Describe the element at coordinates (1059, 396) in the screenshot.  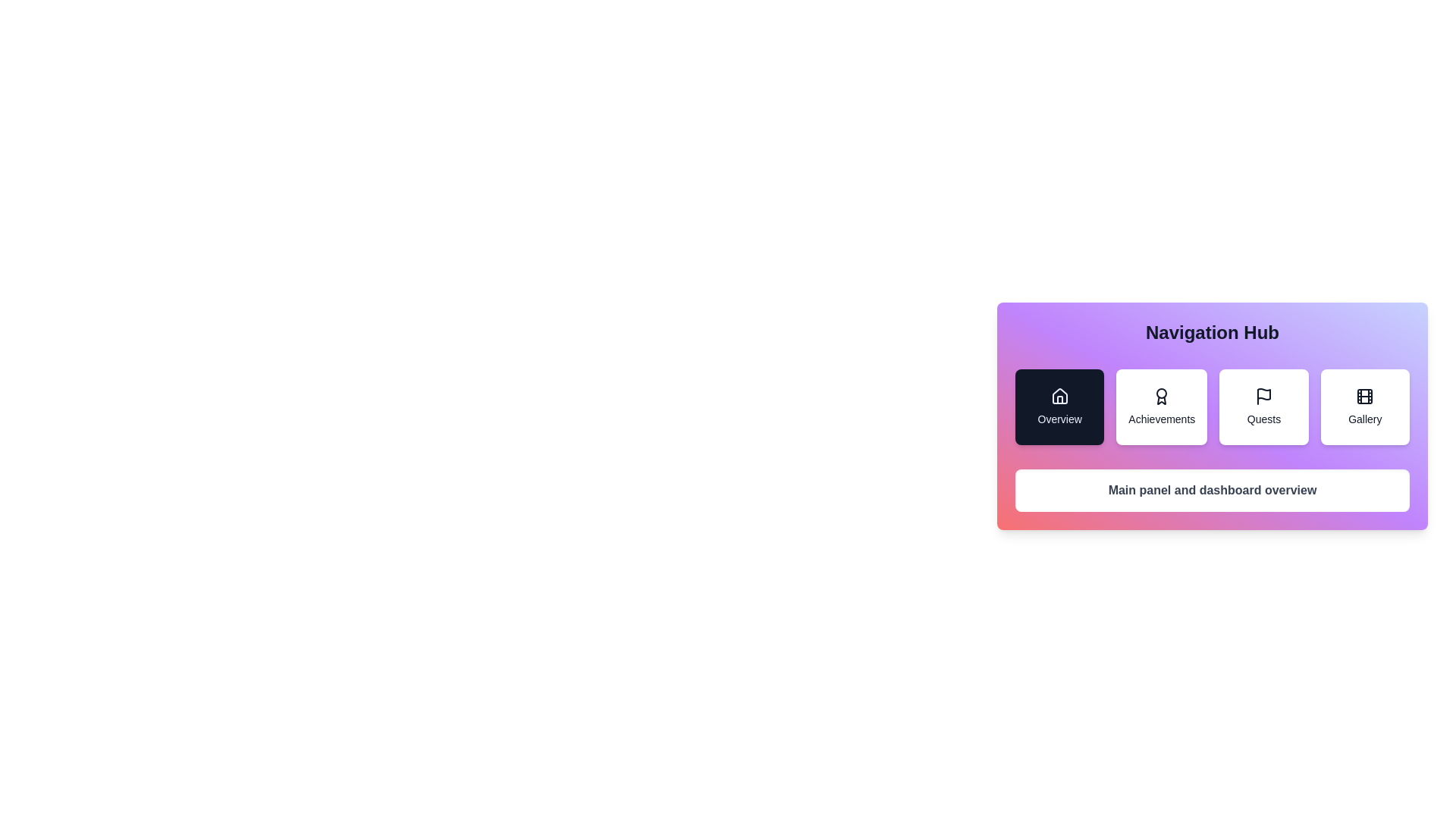
I see `the house-shaped icon in the Navigation Hub section` at that location.